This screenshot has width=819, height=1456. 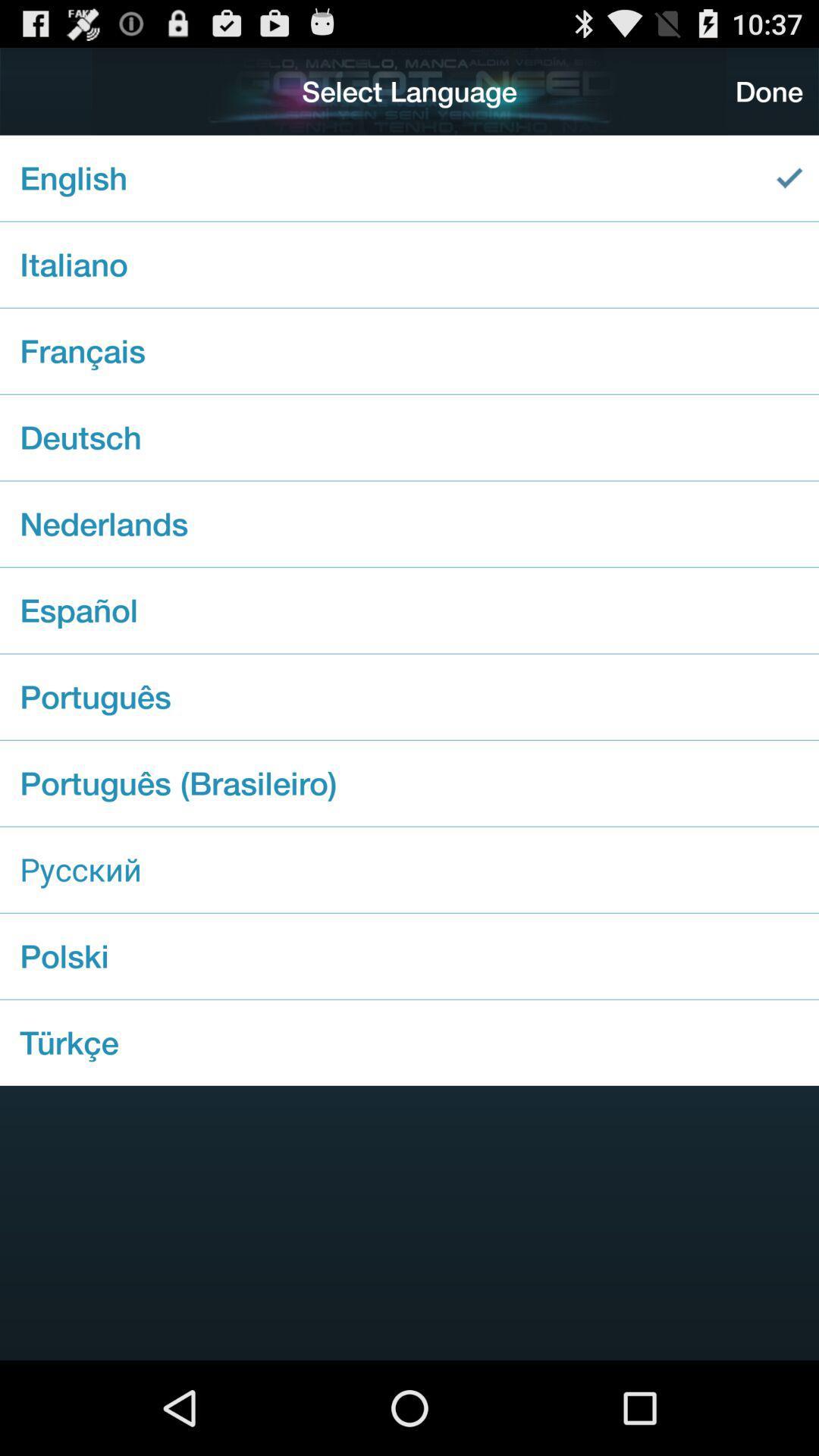 I want to click on the item below the nederlands checkbox, so click(x=409, y=610).